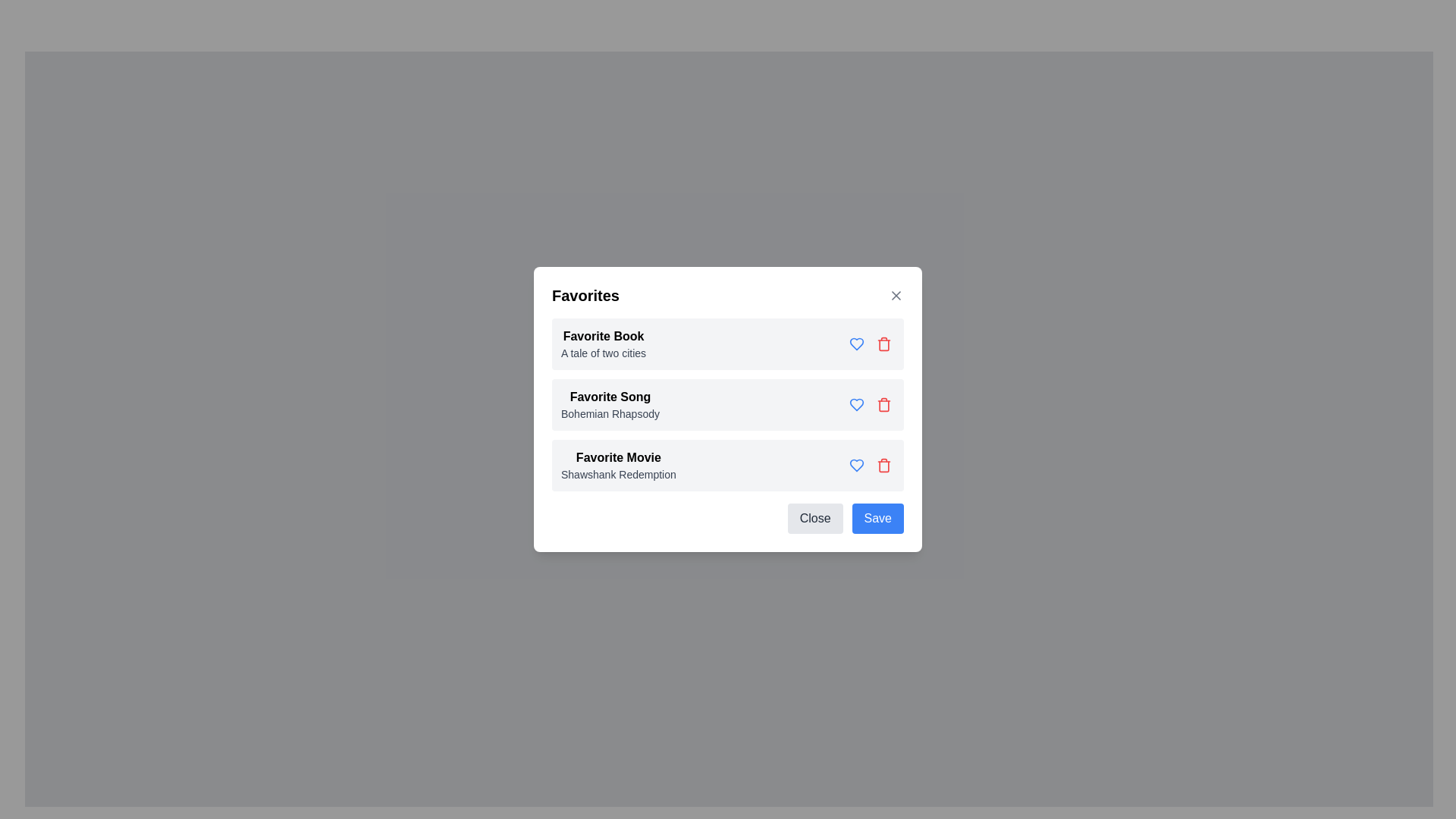 This screenshot has height=819, width=1456. I want to click on the delete icon resembling a trash bin, located in the 'Favorites' section next to 'Favorite Movie: Shawshank Redemption', so click(884, 464).